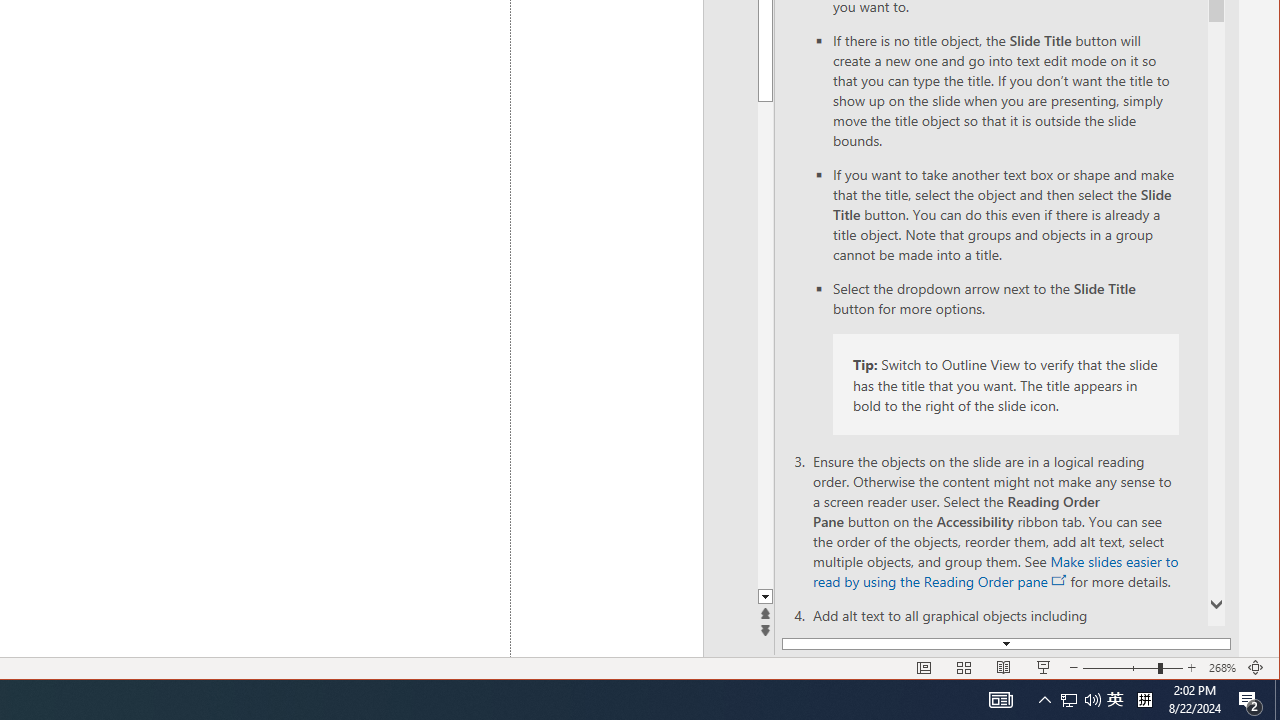 The height and width of the screenshot is (720, 1280). I want to click on 'Show desktop', so click(1276, 698).